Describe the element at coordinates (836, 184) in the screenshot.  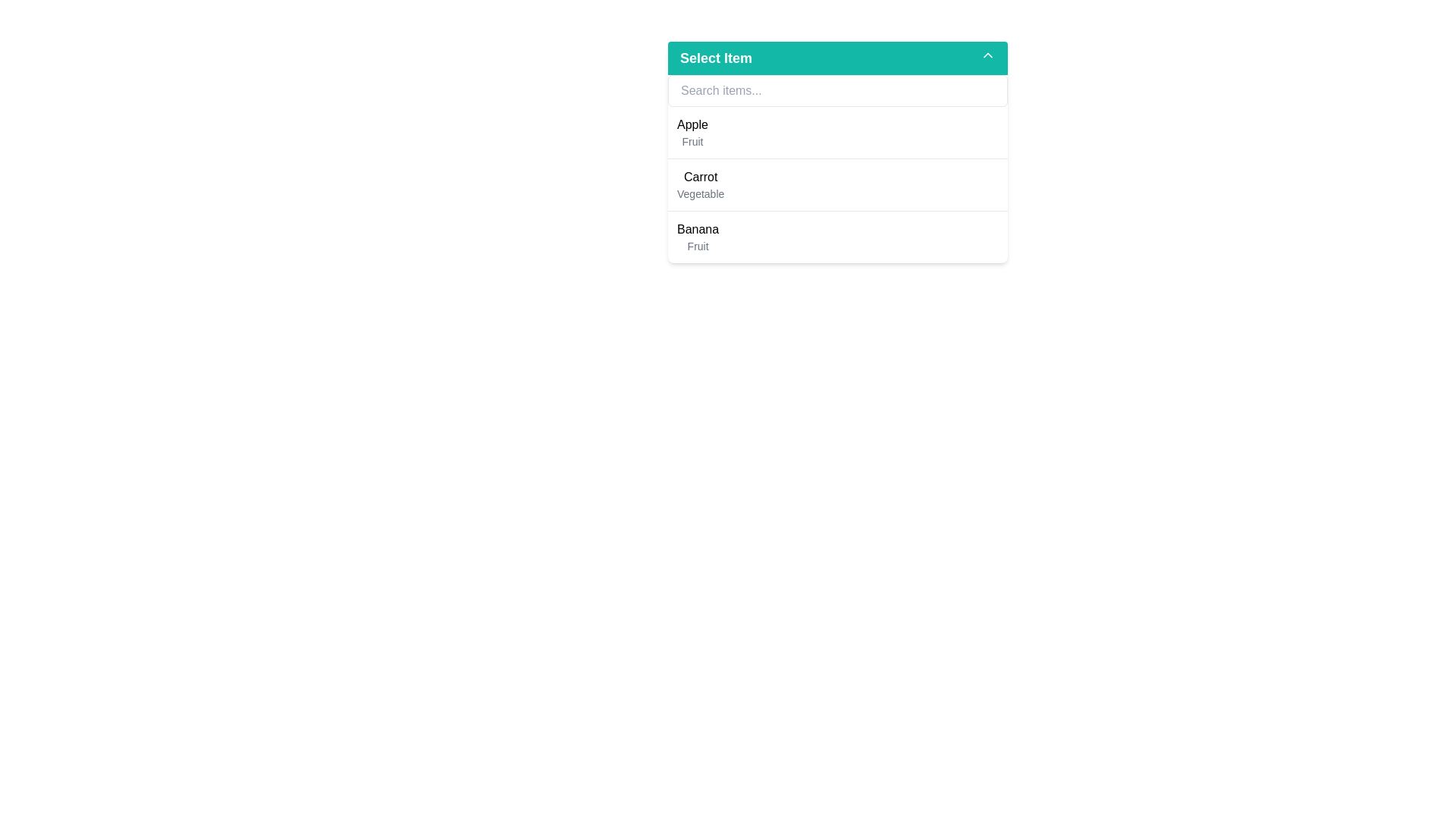
I see `the second item in the dropdown menu to trigger hover effects for the 'Carrot' option` at that location.